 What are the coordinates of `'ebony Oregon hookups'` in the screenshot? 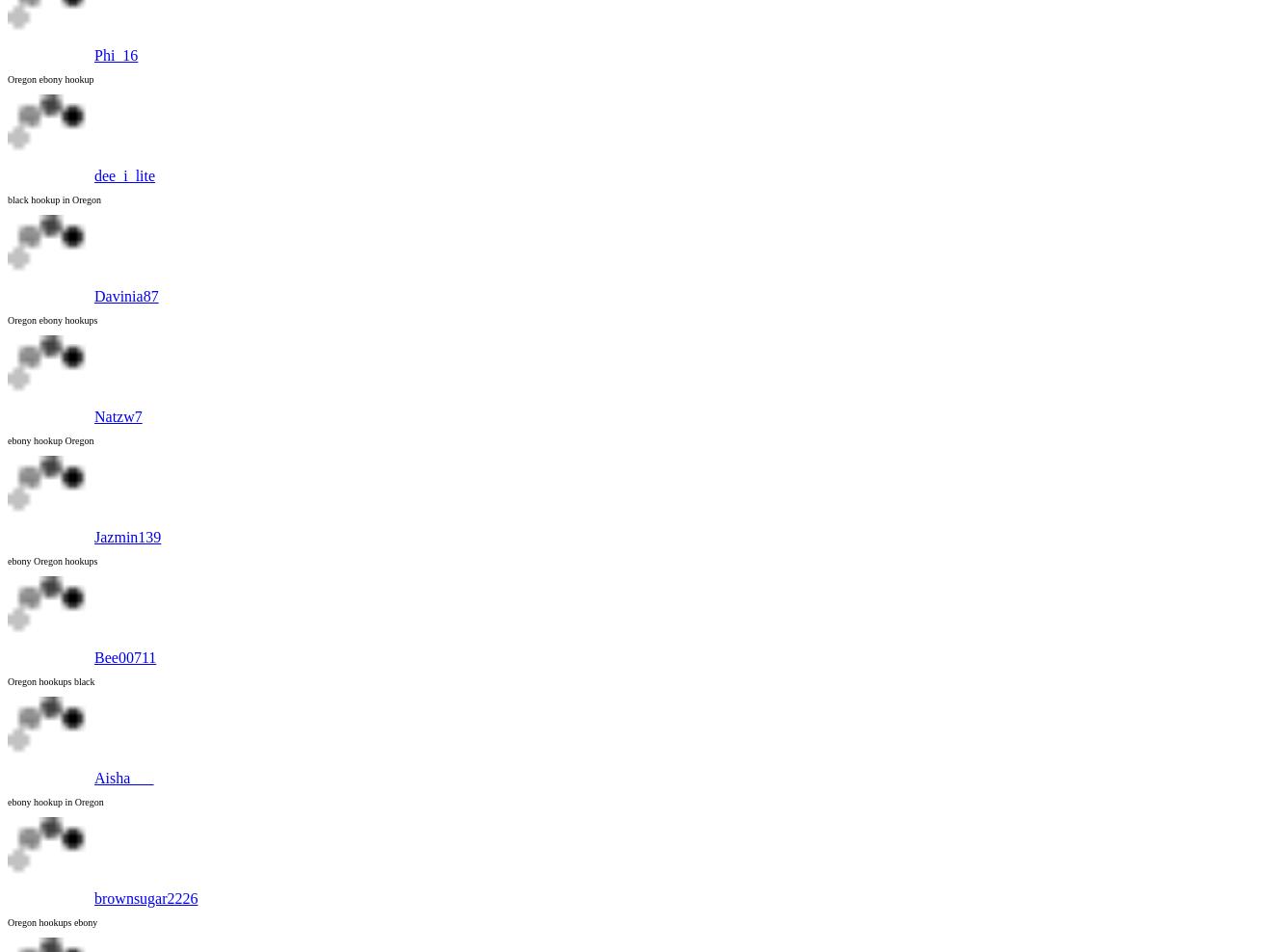 It's located at (52, 561).